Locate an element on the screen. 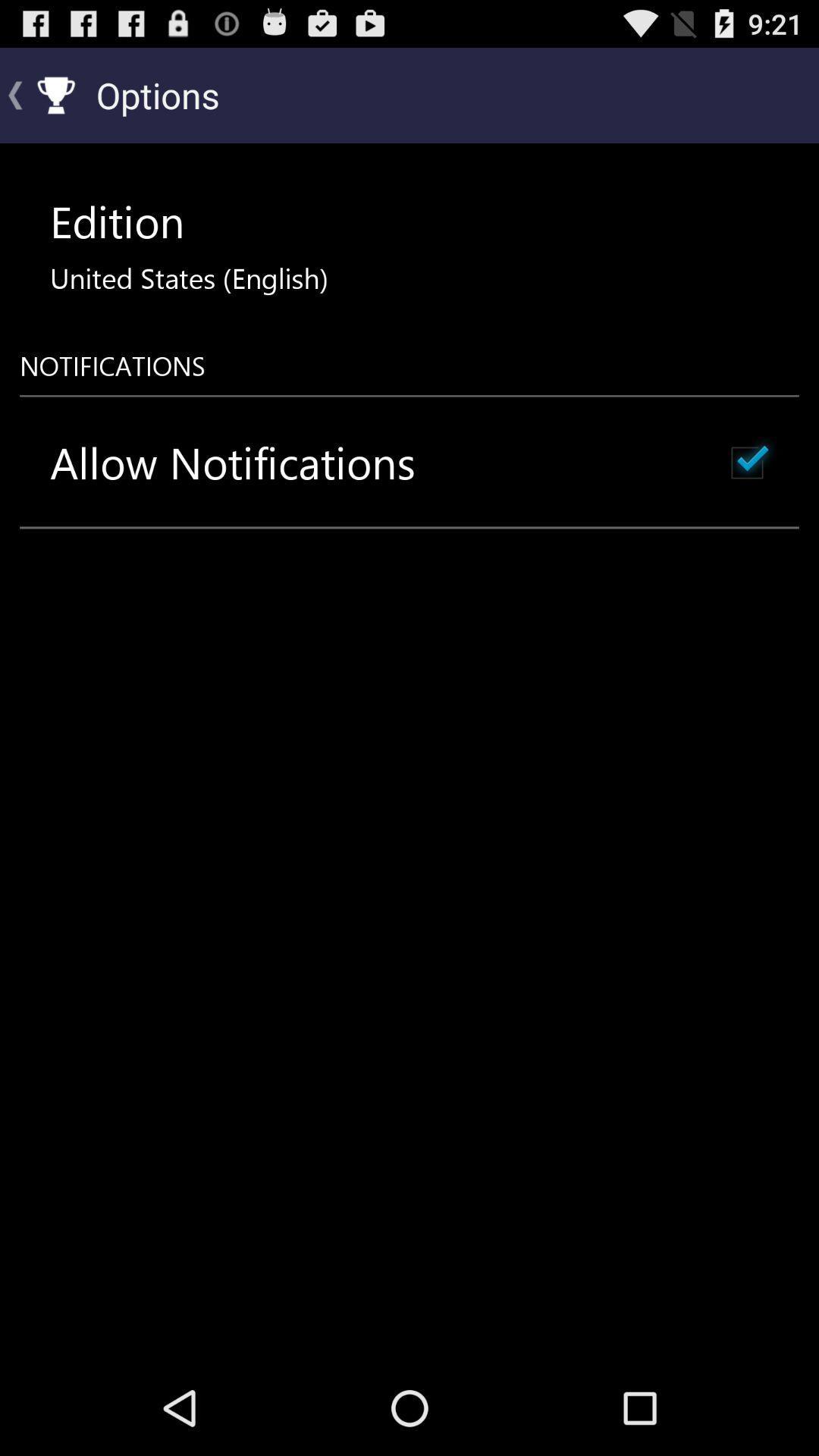  united states (english) icon is located at coordinates (188, 278).